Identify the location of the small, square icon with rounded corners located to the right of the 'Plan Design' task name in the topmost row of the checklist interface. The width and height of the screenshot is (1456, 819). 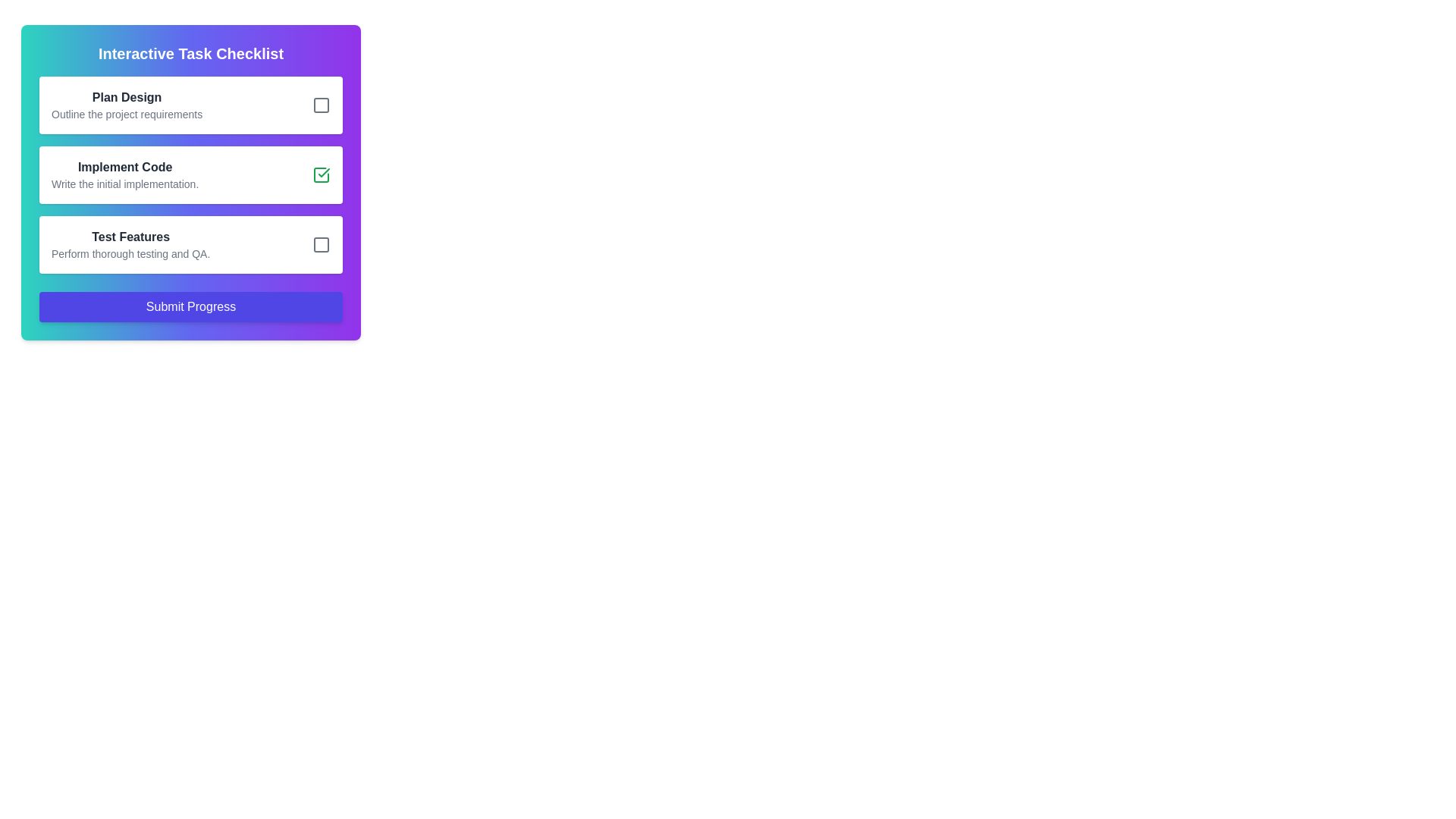
(320, 104).